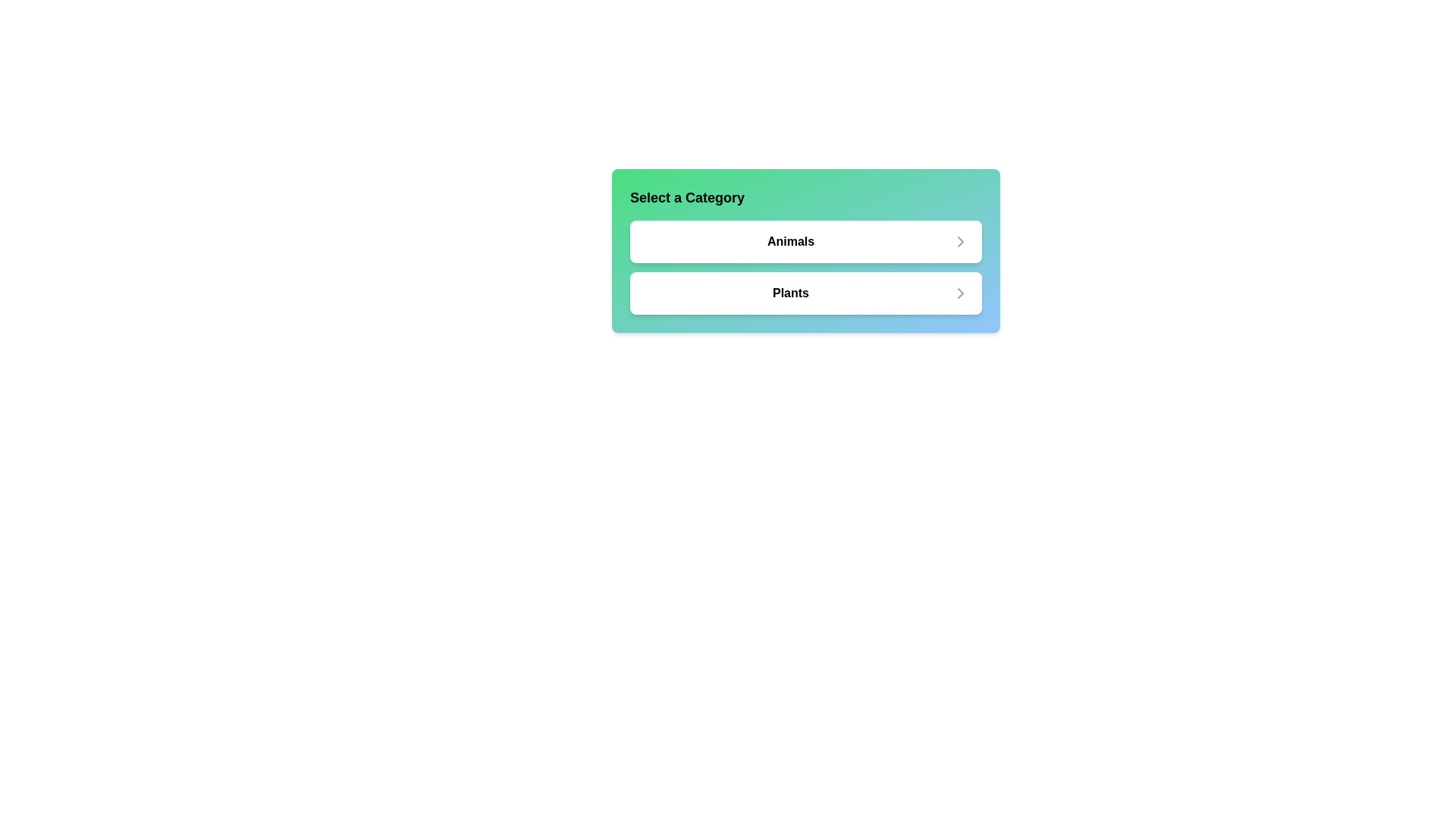 Image resolution: width=1456 pixels, height=819 pixels. What do you see at coordinates (789, 241) in the screenshot?
I see `the primary text label located at the first position of the list area, which serves as a category label above the 'Plants' card` at bounding box center [789, 241].